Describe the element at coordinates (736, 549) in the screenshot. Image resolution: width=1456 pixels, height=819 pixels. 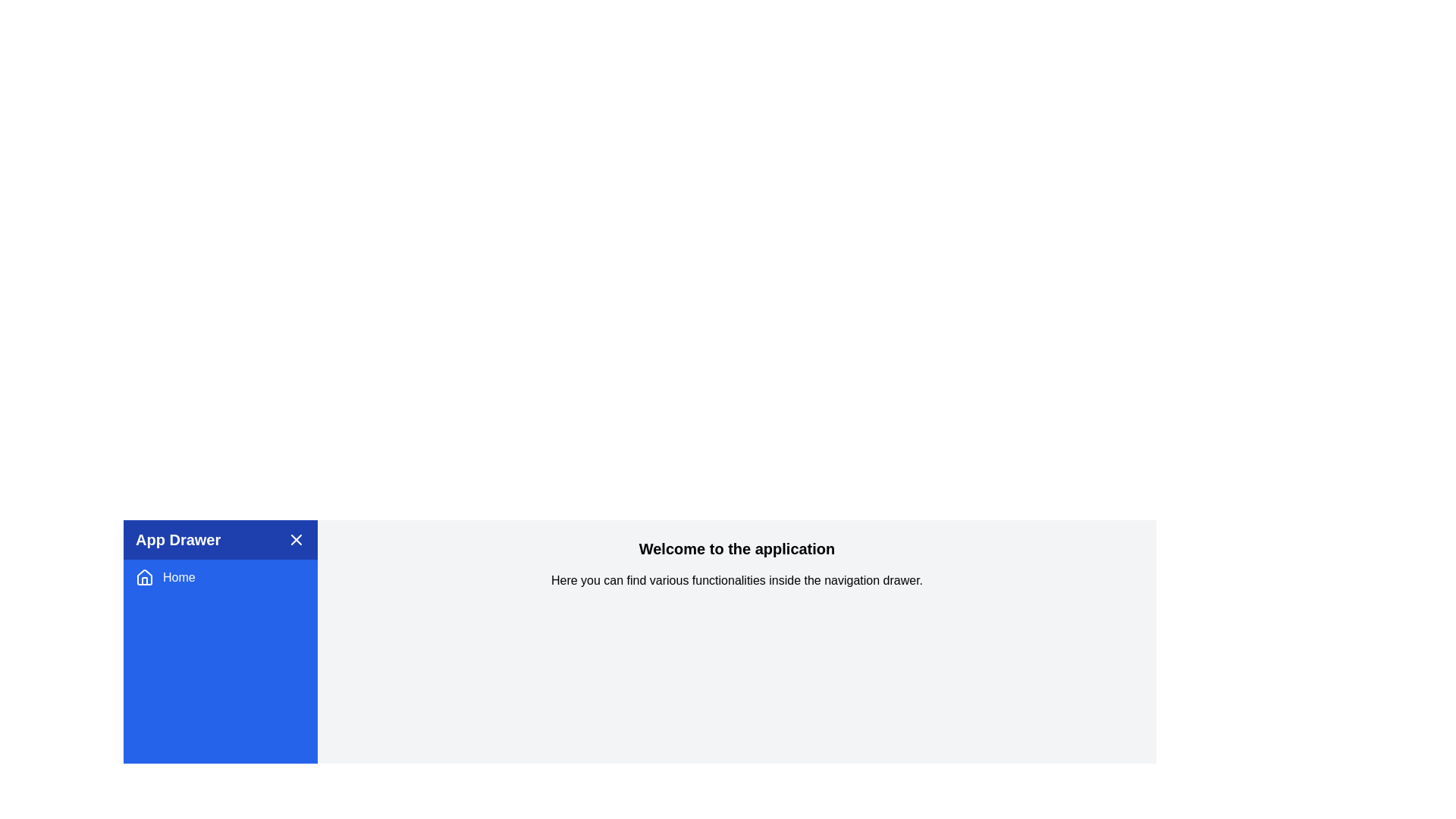
I see `the welcoming Text Header that introduces the application, positioned centrally above the descriptive text` at that location.